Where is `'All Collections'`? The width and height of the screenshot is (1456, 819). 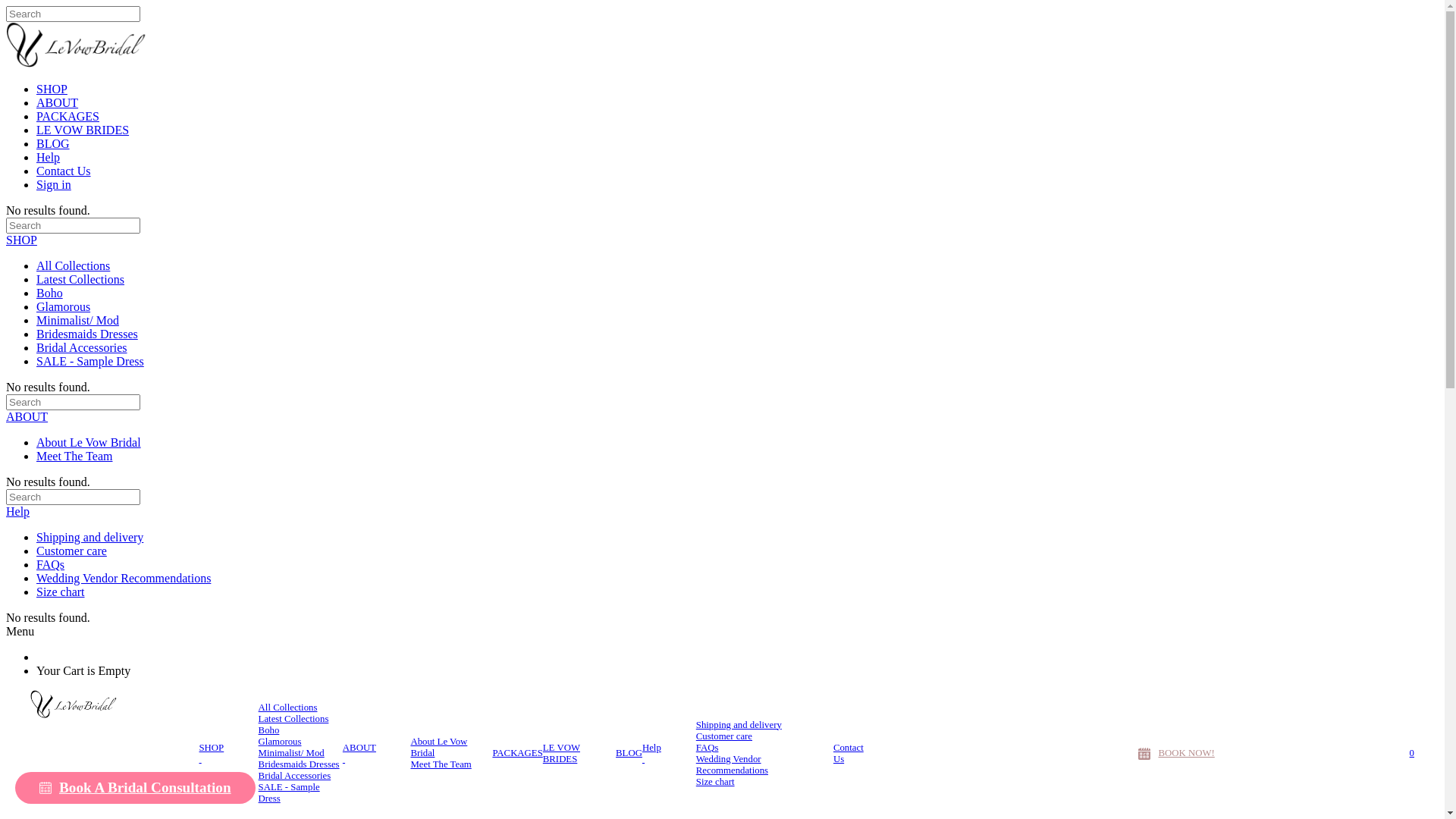 'All Collections' is located at coordinates (287, 708).